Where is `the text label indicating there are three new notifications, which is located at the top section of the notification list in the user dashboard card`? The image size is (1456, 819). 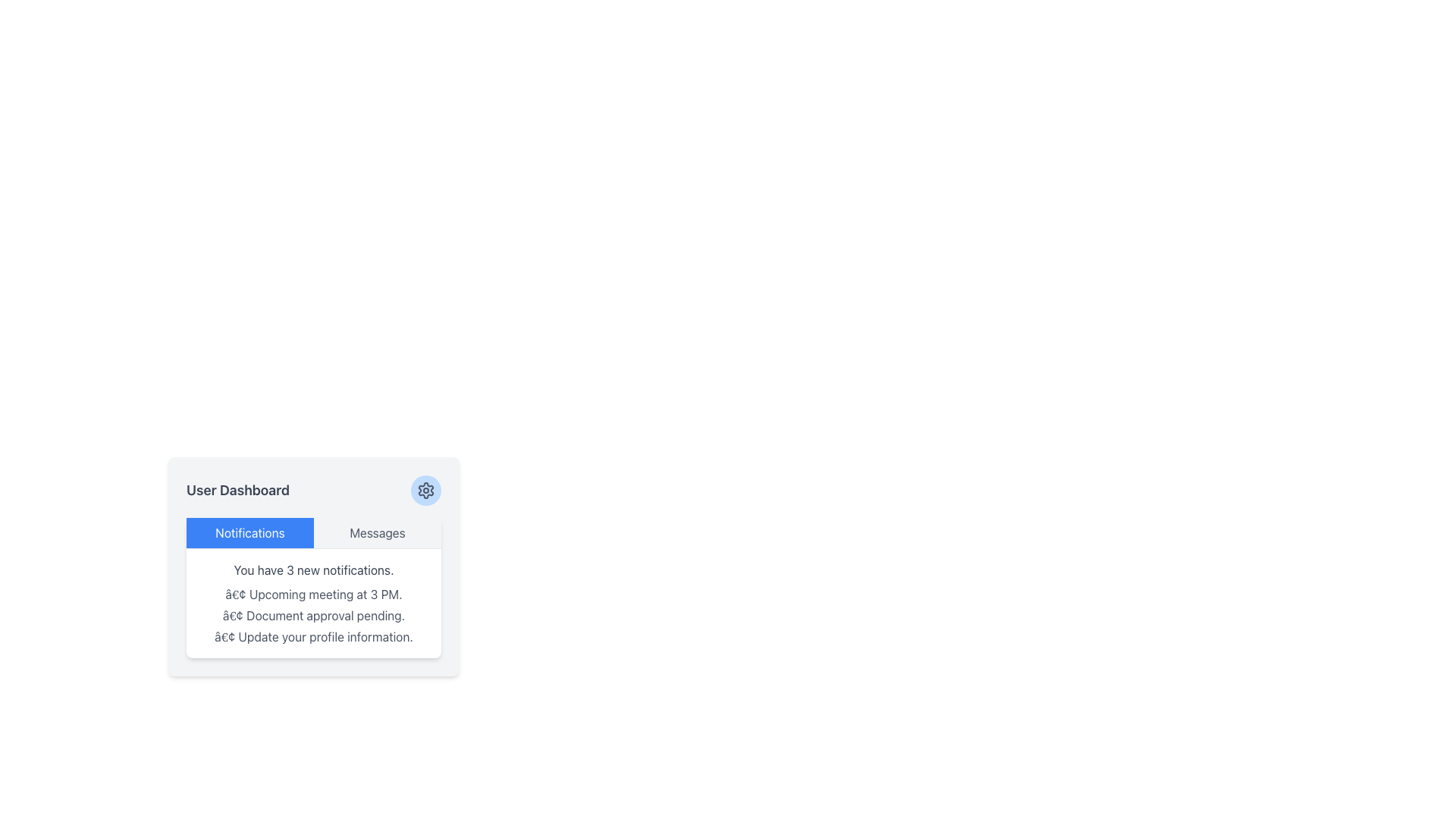 the text label indicating there are three new notifications, which is located at the top section of the notification list in the user dashboard card is located at coordinates (312, 570).